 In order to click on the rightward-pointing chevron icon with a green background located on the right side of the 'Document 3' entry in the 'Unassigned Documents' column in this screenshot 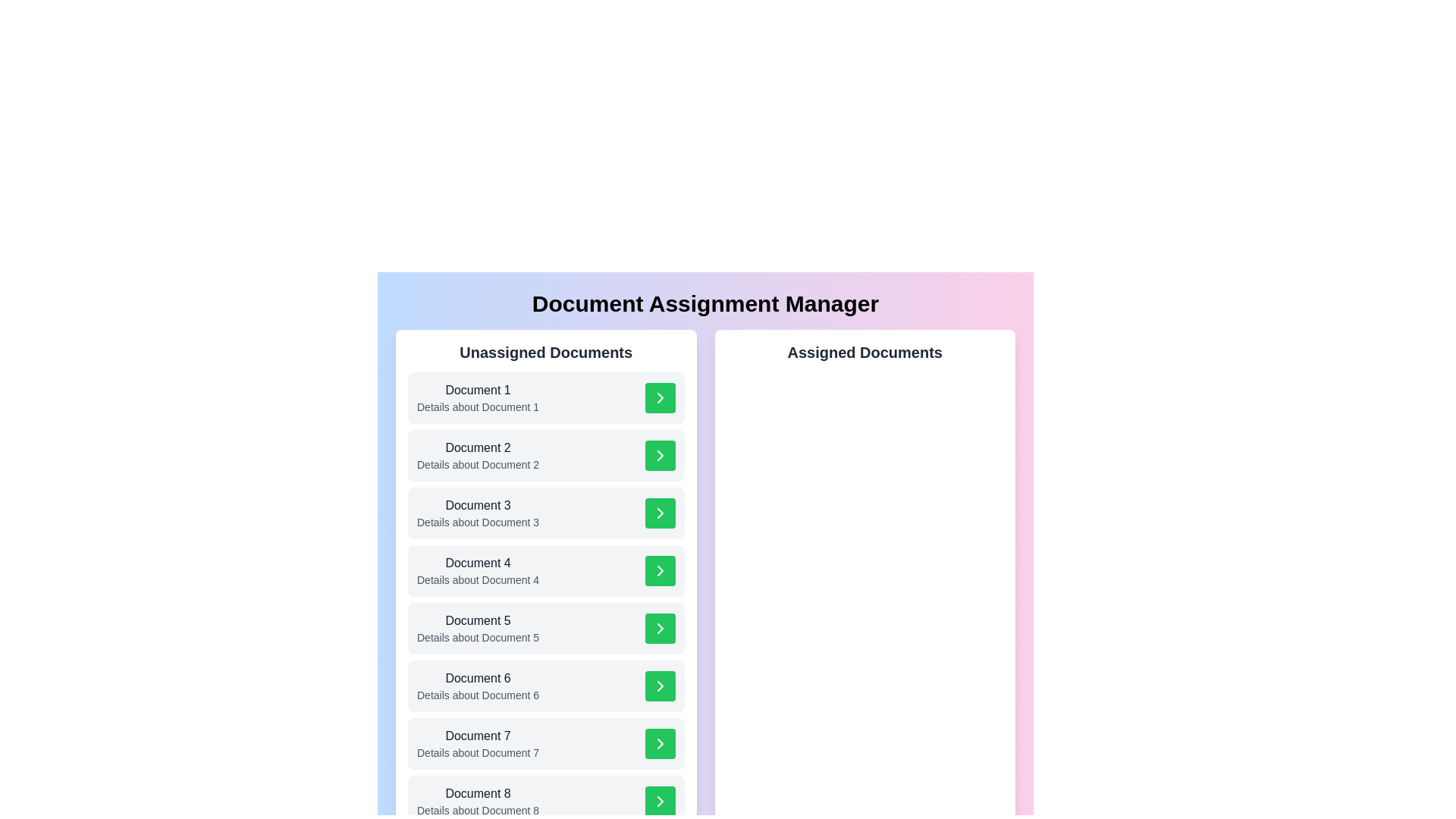, I will do `click(660, 513)`.